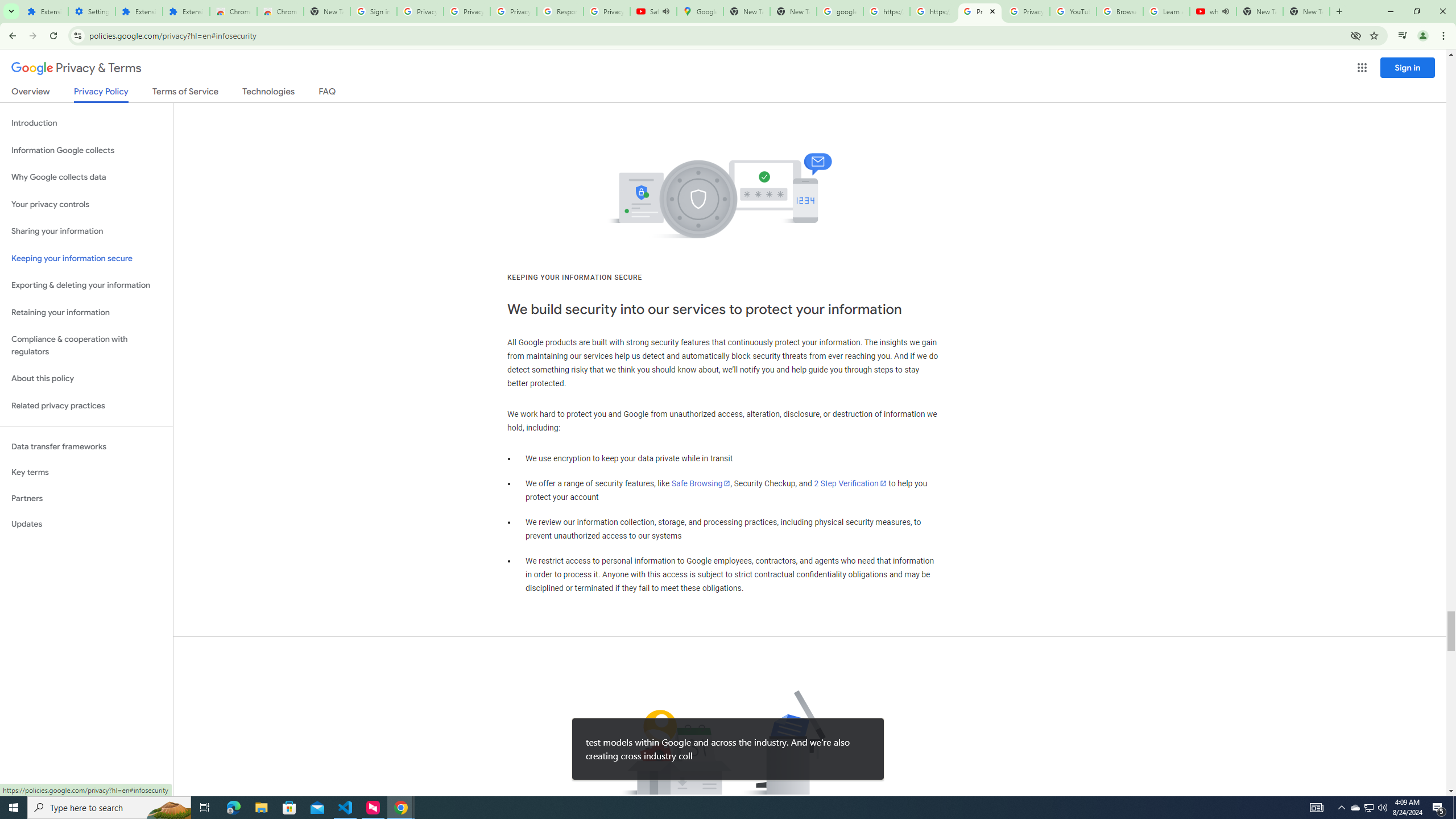 This screenshot has height=819, width=1456. What do you see at coordinates (700, 11) in the screenshot?
I see `'Google Maps'` at bounding box center [700, 11].